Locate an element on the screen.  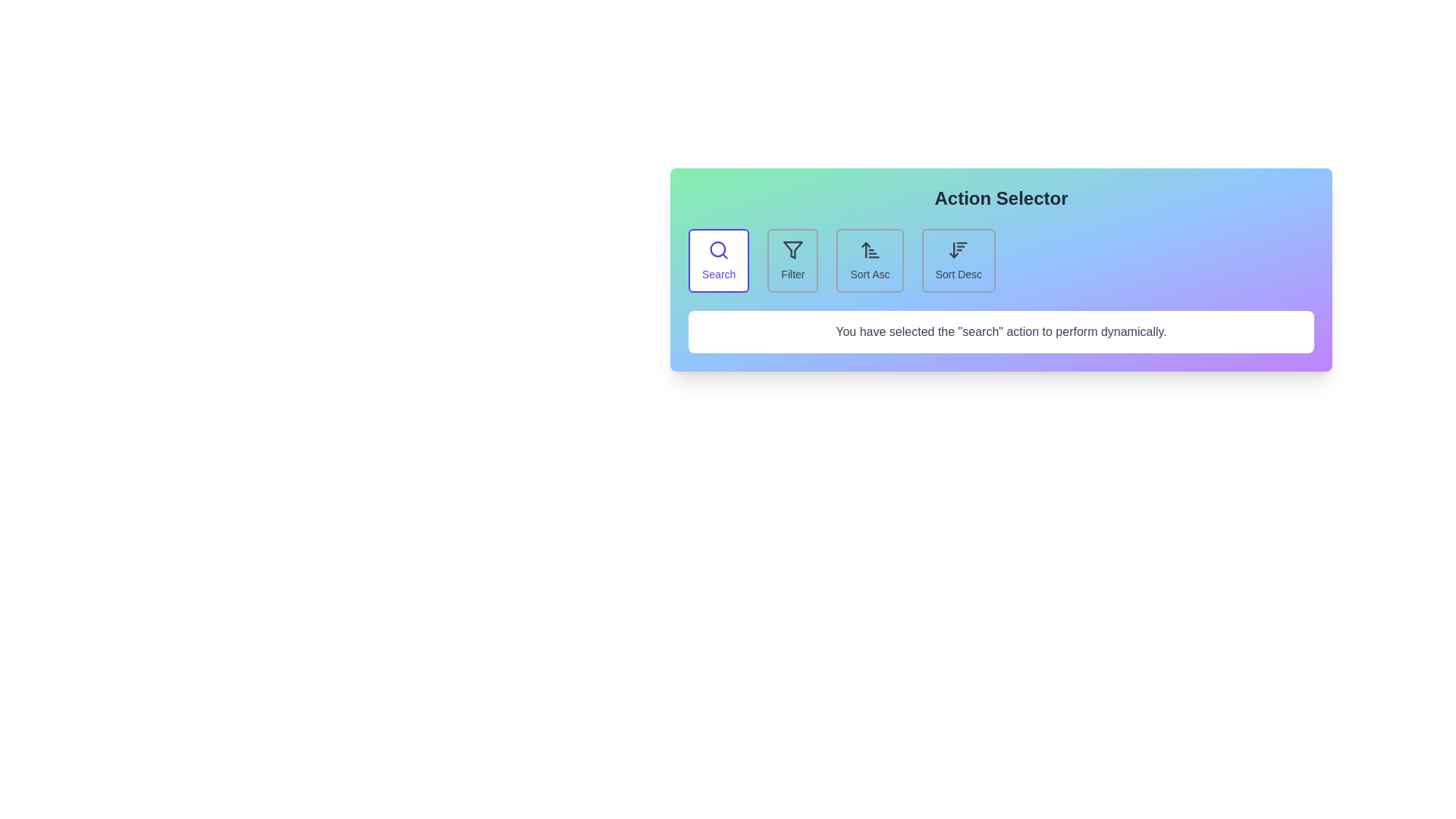
the third button from the left in a horizontal group of four buttons to sort items in ascending order is located at coordinates (870, 259).